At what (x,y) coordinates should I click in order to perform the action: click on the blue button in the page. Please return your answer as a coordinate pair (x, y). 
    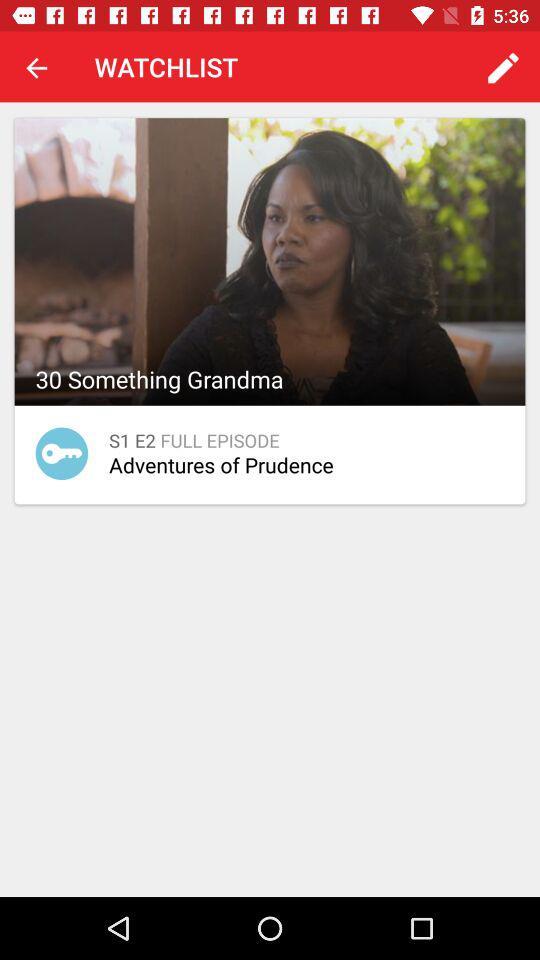
    Looking at the image, I should click on (61, 453).